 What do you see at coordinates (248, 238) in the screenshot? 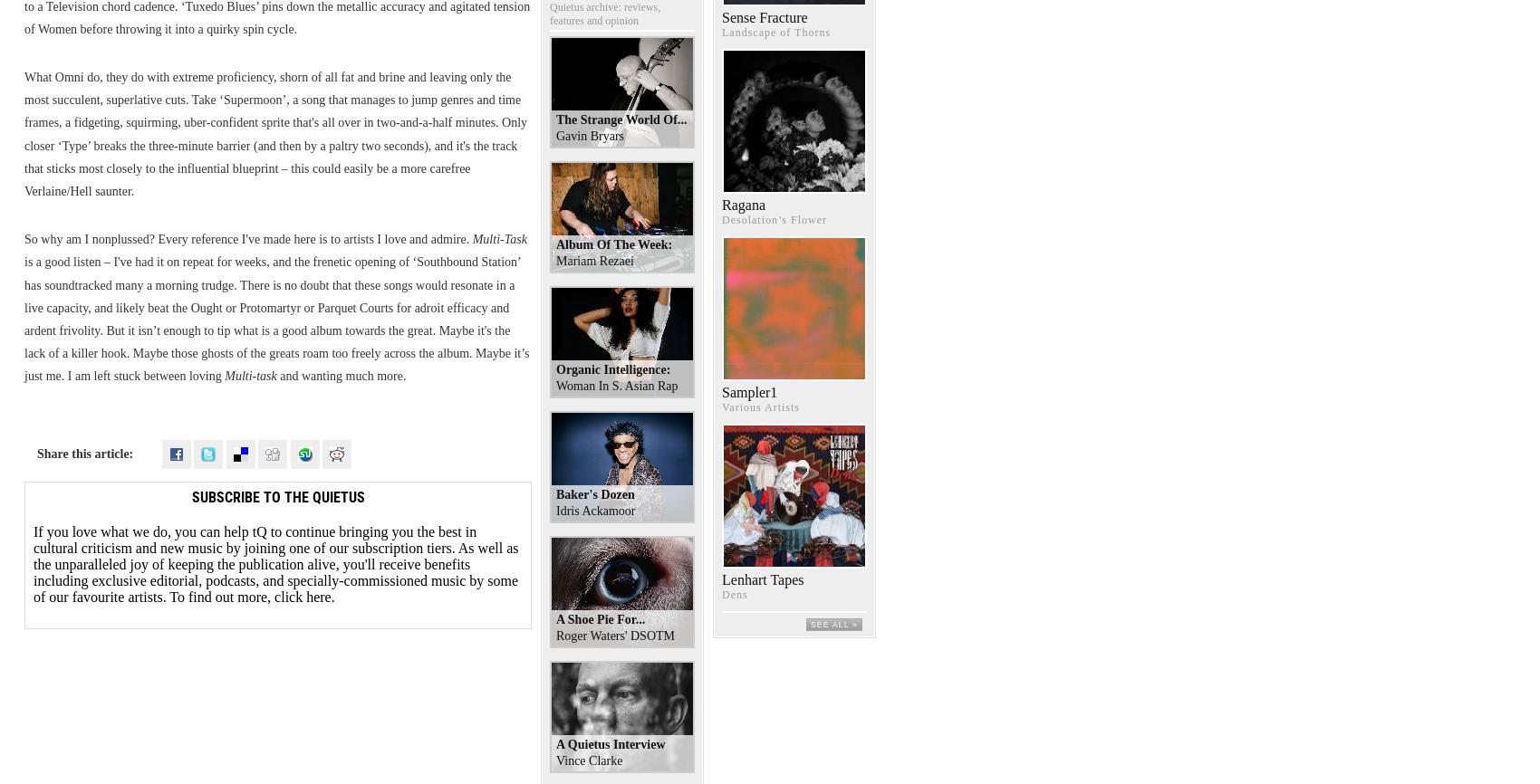
I see `'So why am I nonplussed? Every reference I've made here is to artists I love and admire.'` at bounding box center [248, 238].